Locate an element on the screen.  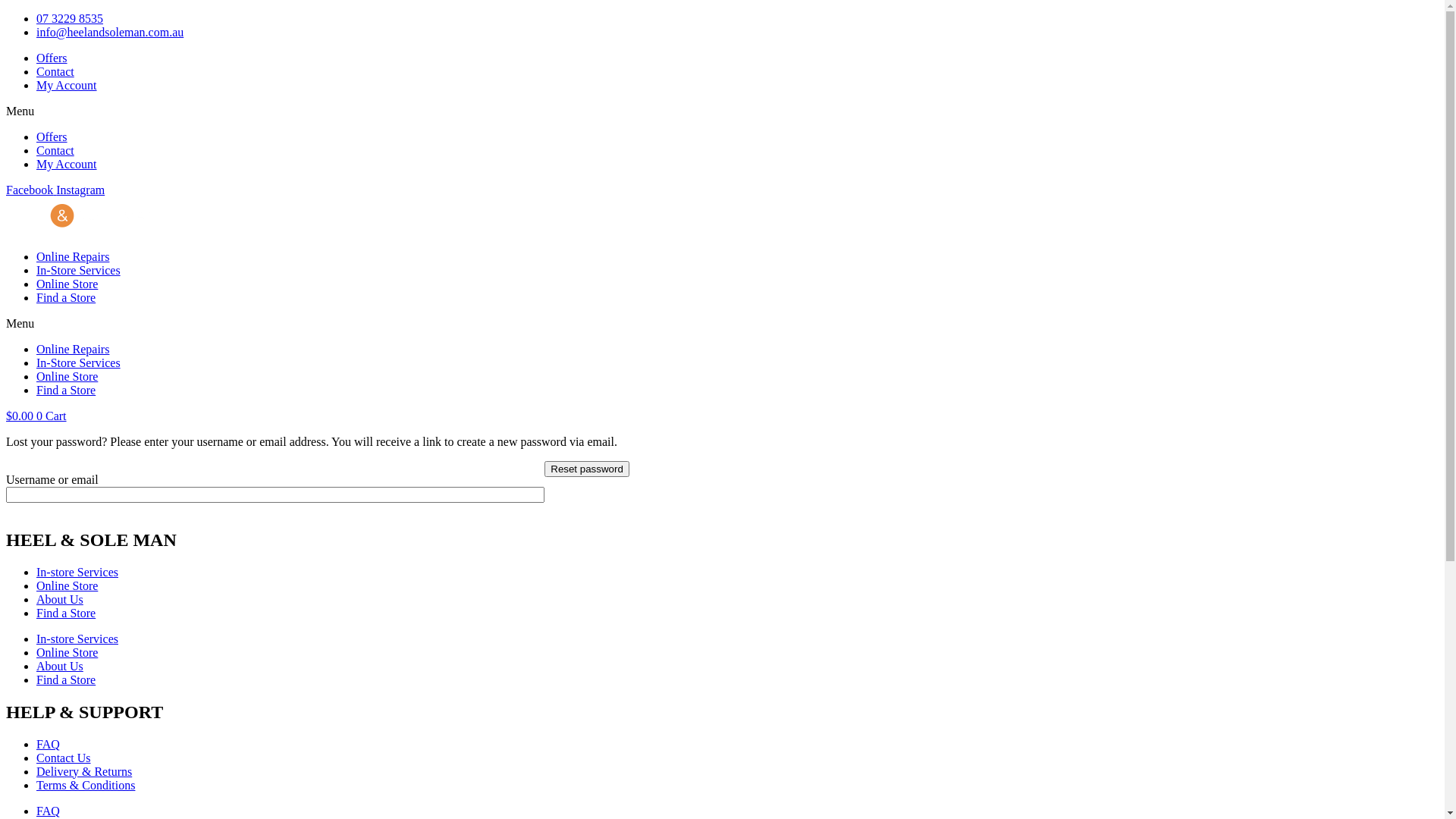
'Instagram' is located at coordinates (55, 189).